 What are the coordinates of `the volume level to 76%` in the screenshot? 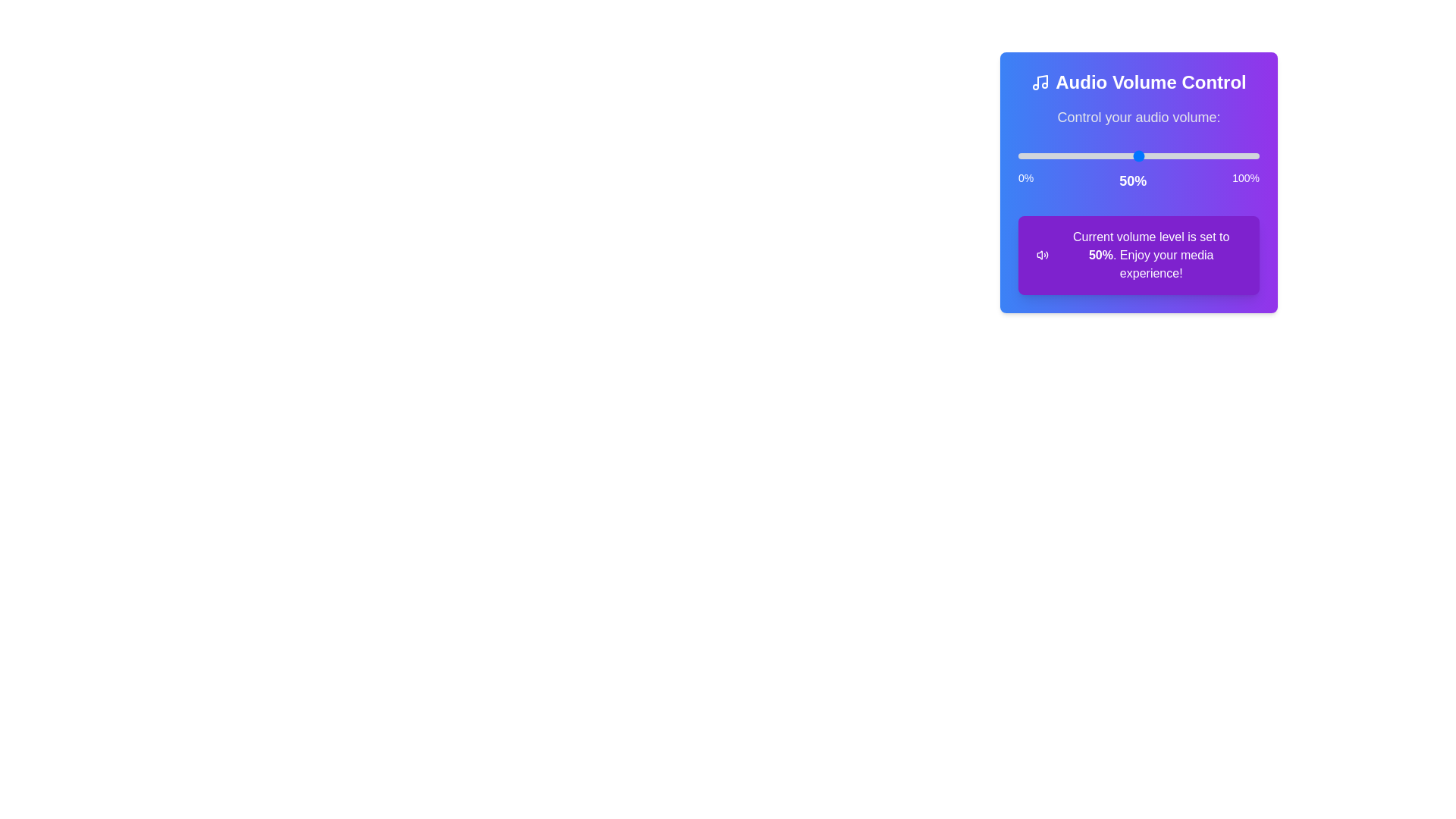 It's located at (1200, 155).